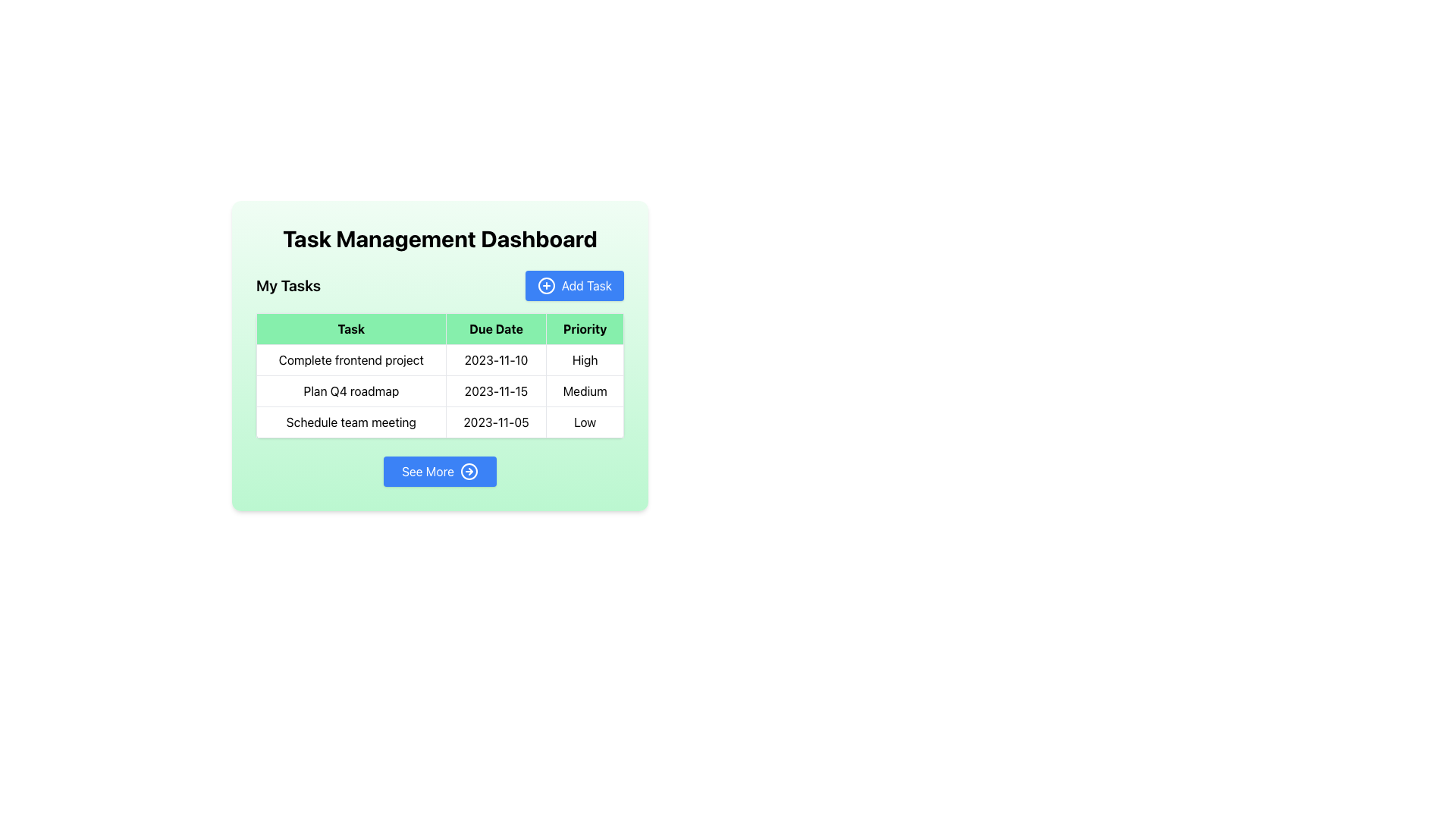 This screenshot has width=1456, height=819. What do you see at coordinates (496, 422) in the screenshot?
I see `the Text Display element that shows the due date for the task titled 'Schedule team meeting', located in the third row under the 'Due Date' column` at bounding box center [496, 422].